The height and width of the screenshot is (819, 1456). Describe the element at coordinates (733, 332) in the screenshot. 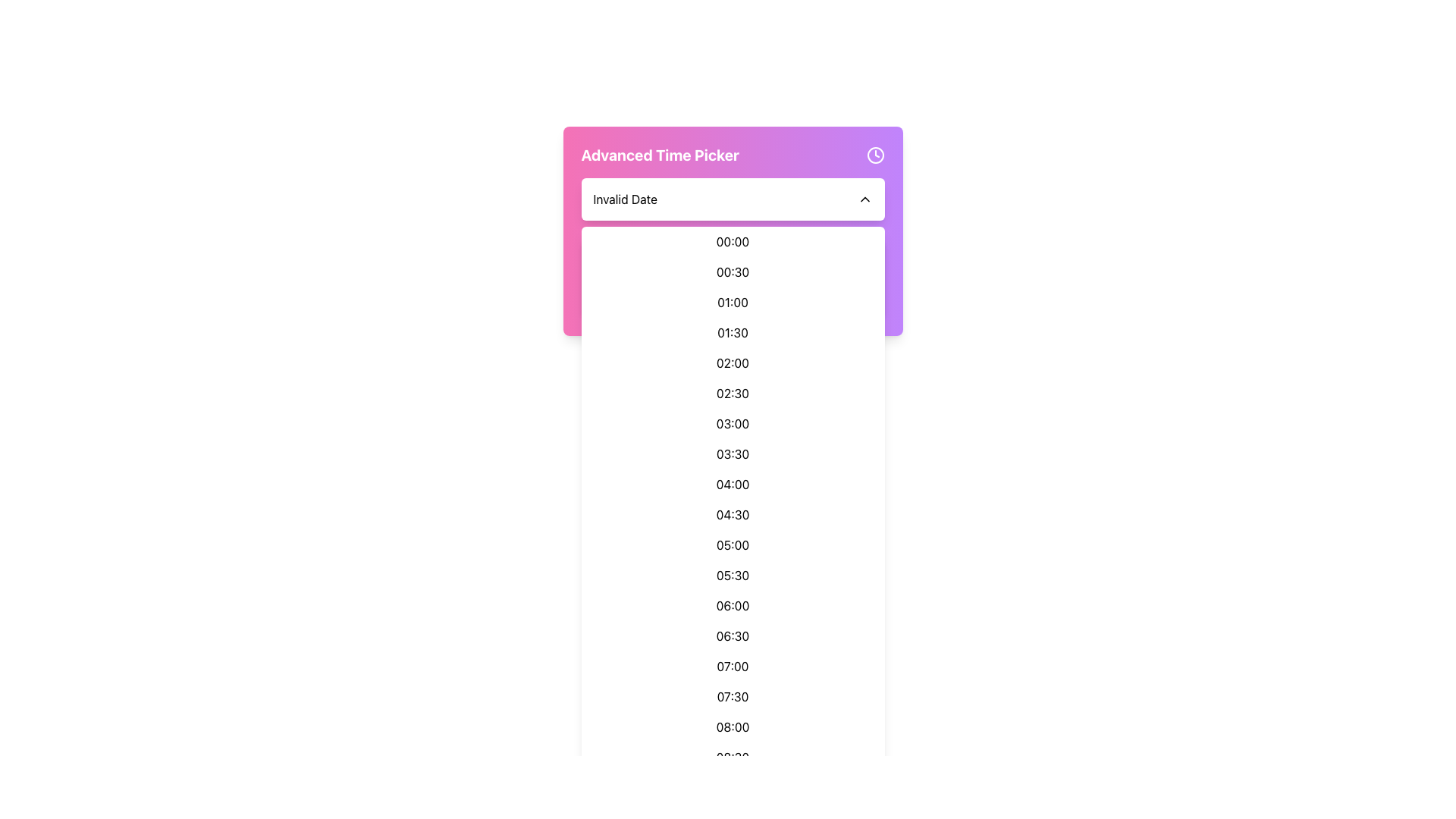

I see `the time entry labeled '01:30' in the dropdown menu under the 'Invalid Date' input field` at that location.